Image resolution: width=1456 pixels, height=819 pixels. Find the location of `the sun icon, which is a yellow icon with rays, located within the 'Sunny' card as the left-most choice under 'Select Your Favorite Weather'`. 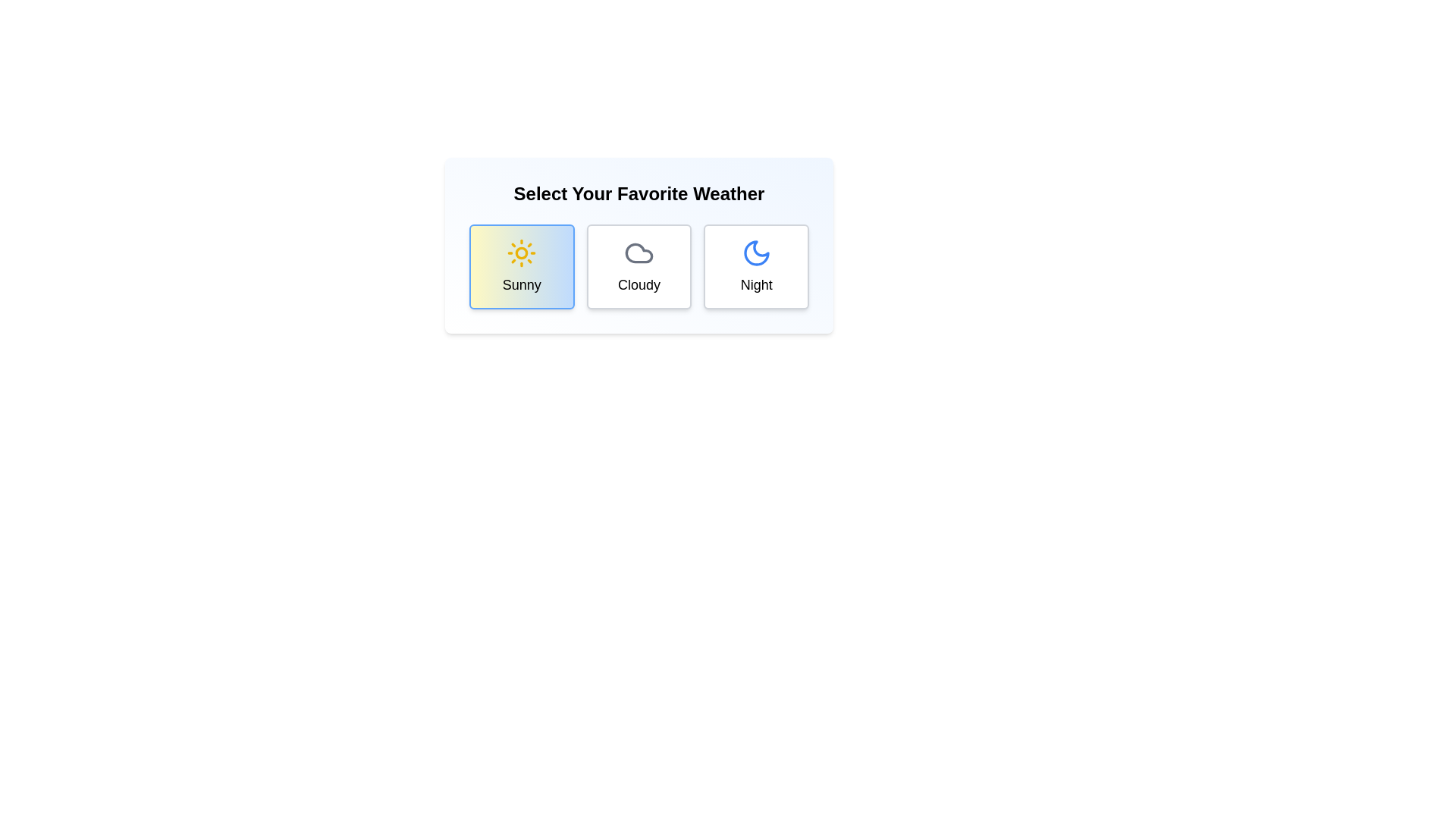

the sun icon, which is a yellow icon with rays, located within the 'Sunny' card as the left-most choice under 'Select Your Favorite Weather' is located at coordinates (522, 253).